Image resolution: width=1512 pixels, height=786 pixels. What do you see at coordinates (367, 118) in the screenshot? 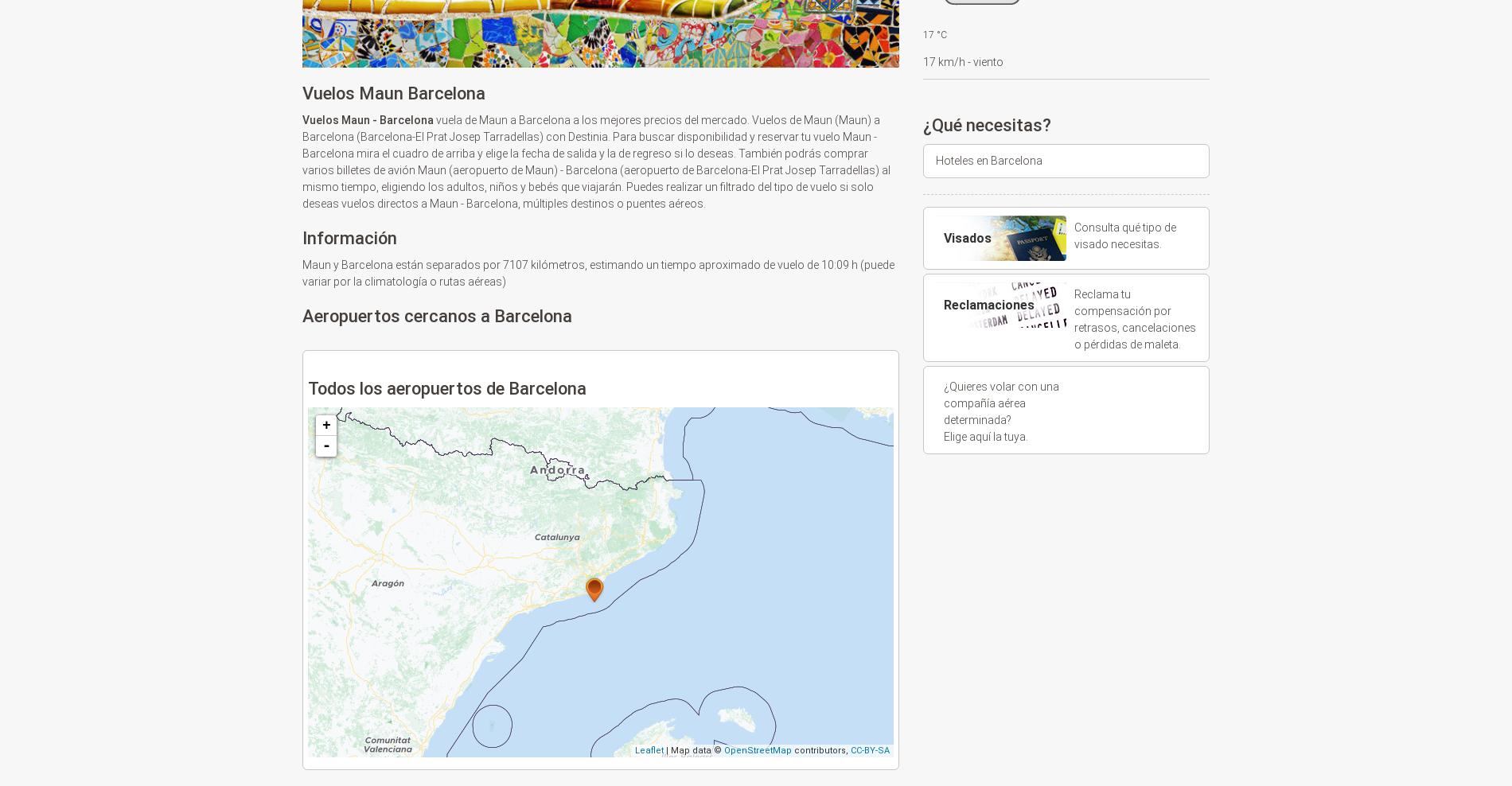
I see `'Vuelos Maun - Barcelona'` at bounding box center [367, 118].